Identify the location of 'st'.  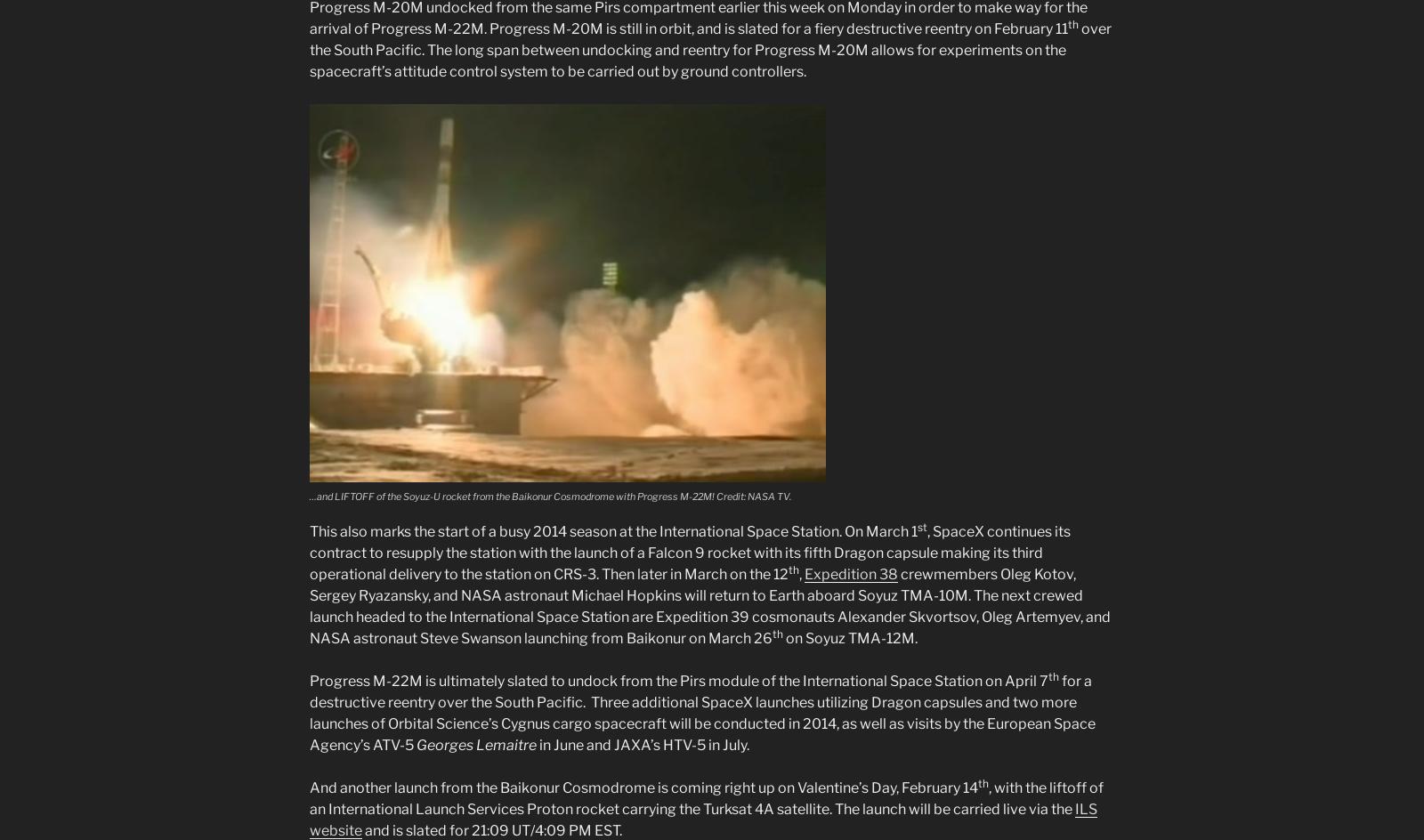
(922, 527).